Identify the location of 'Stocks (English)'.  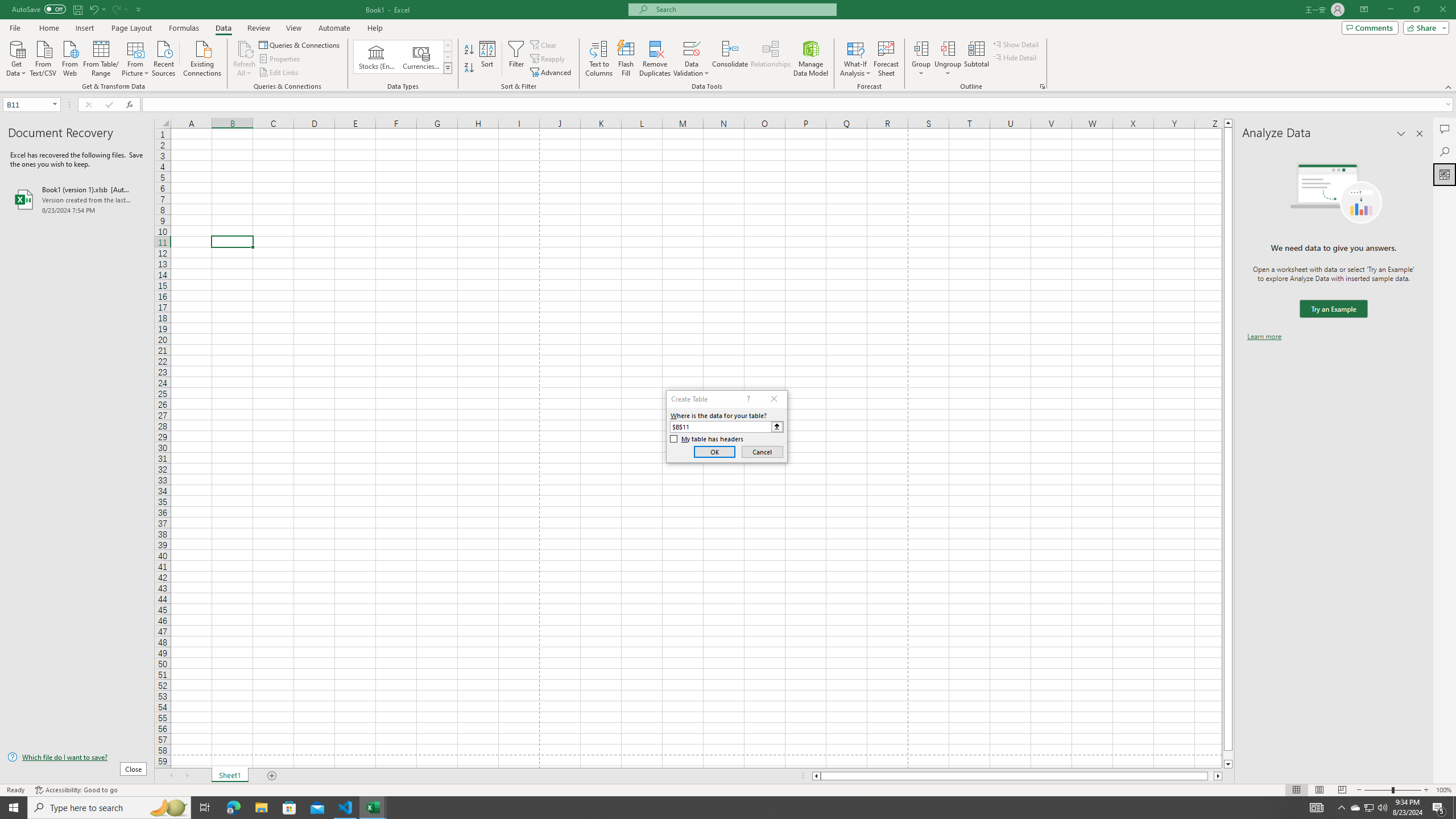
(375, 56).